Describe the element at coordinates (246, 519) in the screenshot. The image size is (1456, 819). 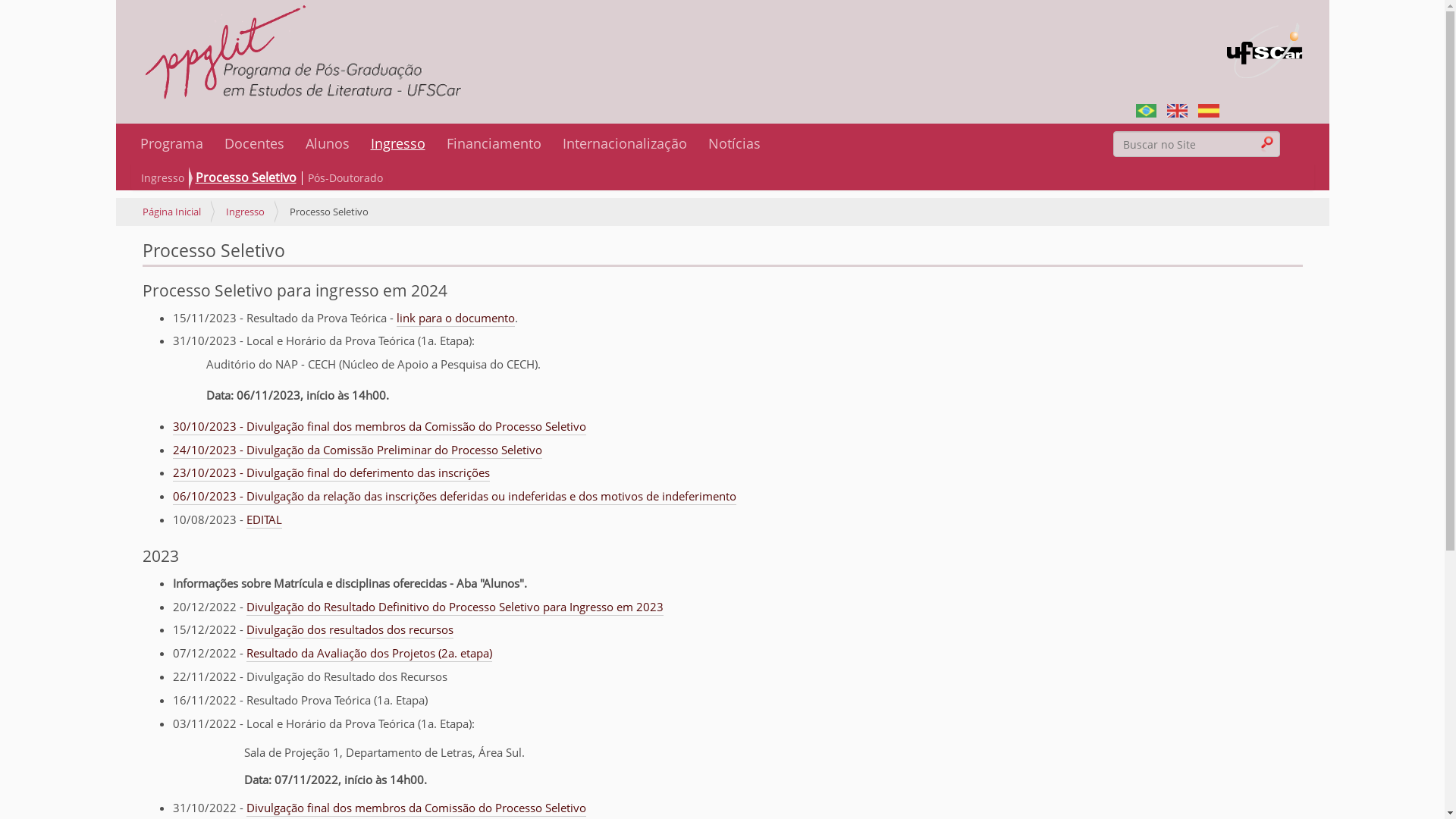
I see `'EDITAL'` at that location.